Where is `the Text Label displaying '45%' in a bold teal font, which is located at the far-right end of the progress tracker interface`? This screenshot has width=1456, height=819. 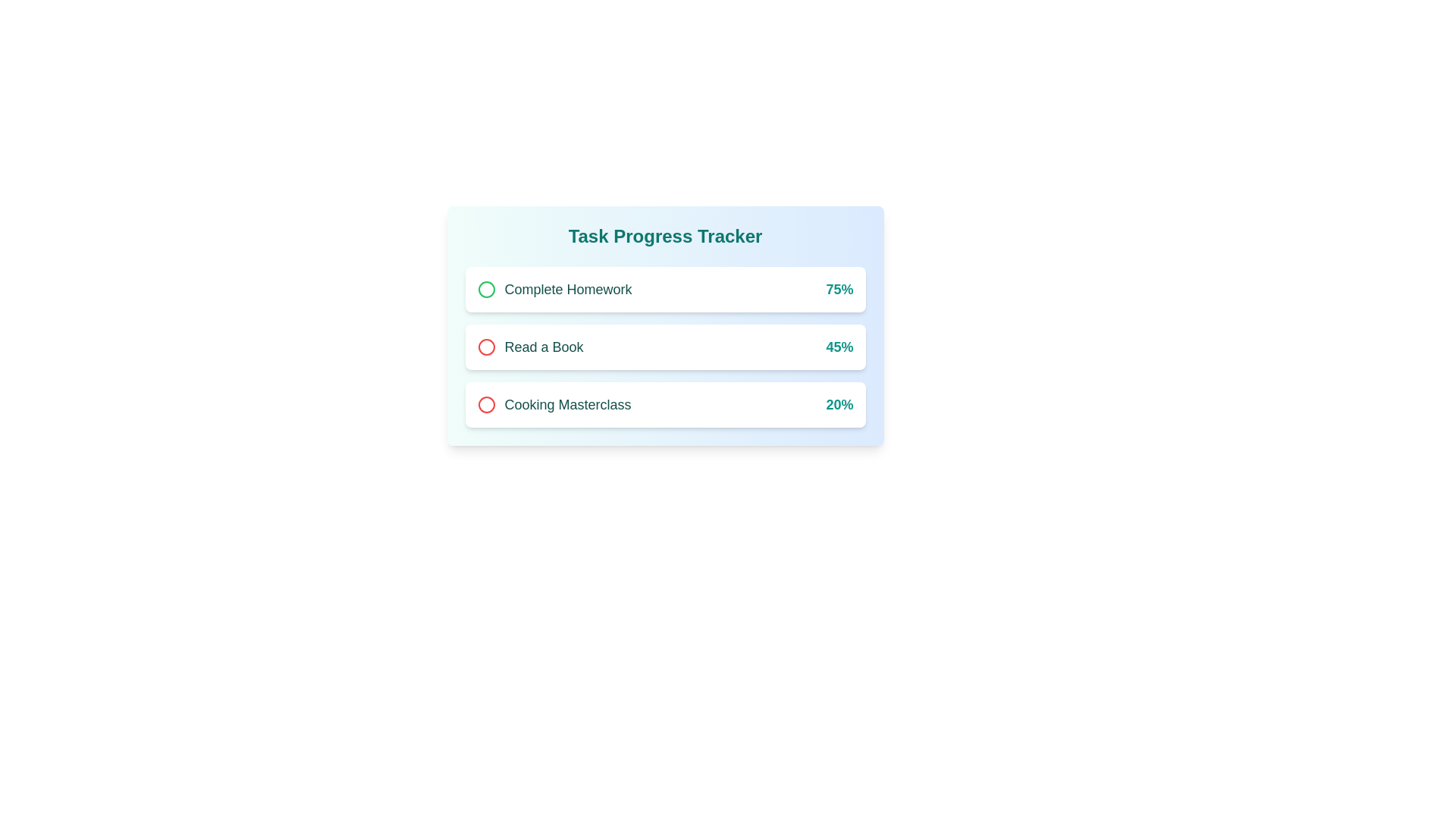
the Text Label displaying '45%' in a bold teal font, which is located at the far-right end of the progress tracker interface is located at coordinates (839, 347).